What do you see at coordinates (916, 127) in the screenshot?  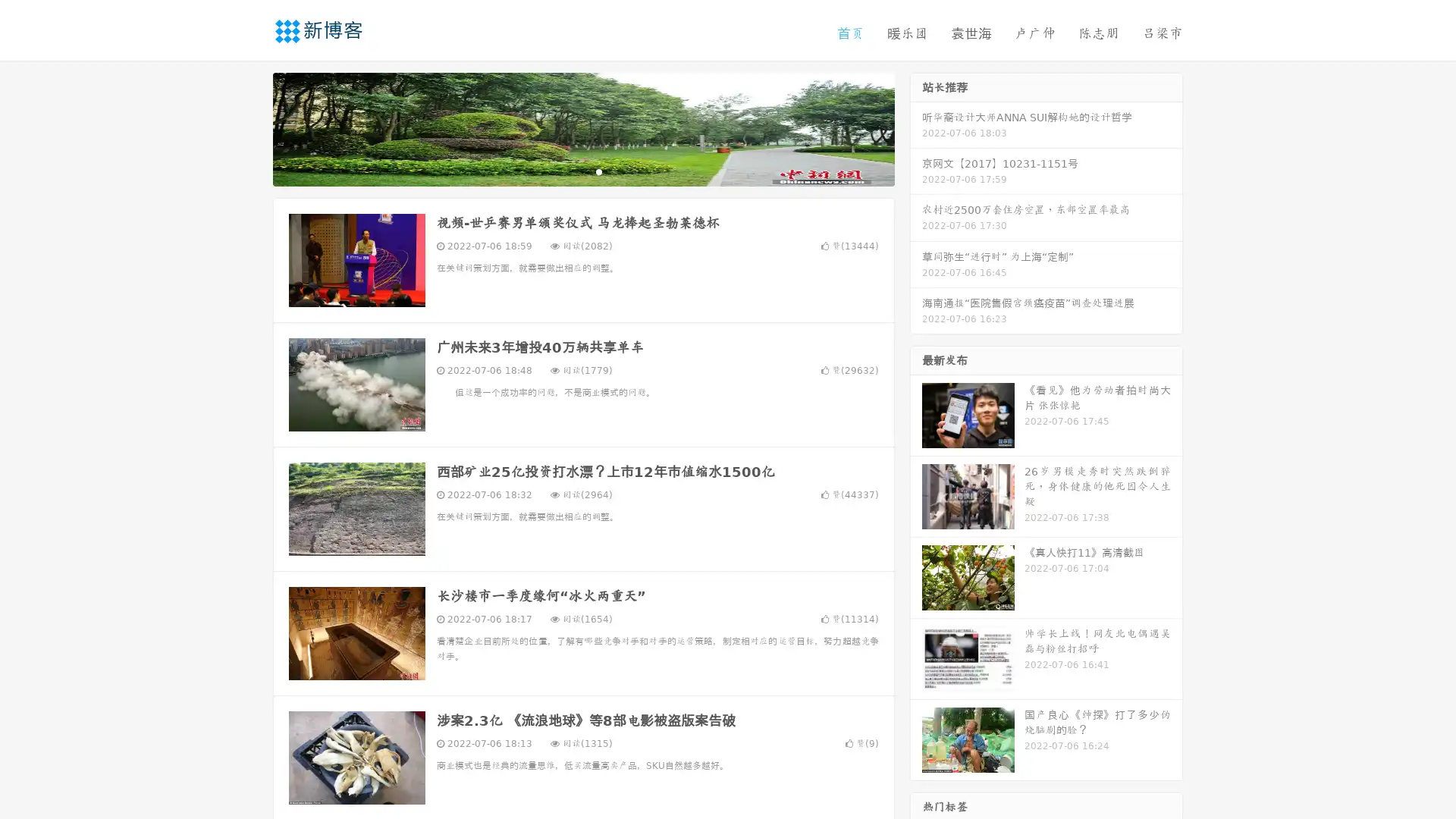 I see `Next slide` at bounding box center [916, 127].